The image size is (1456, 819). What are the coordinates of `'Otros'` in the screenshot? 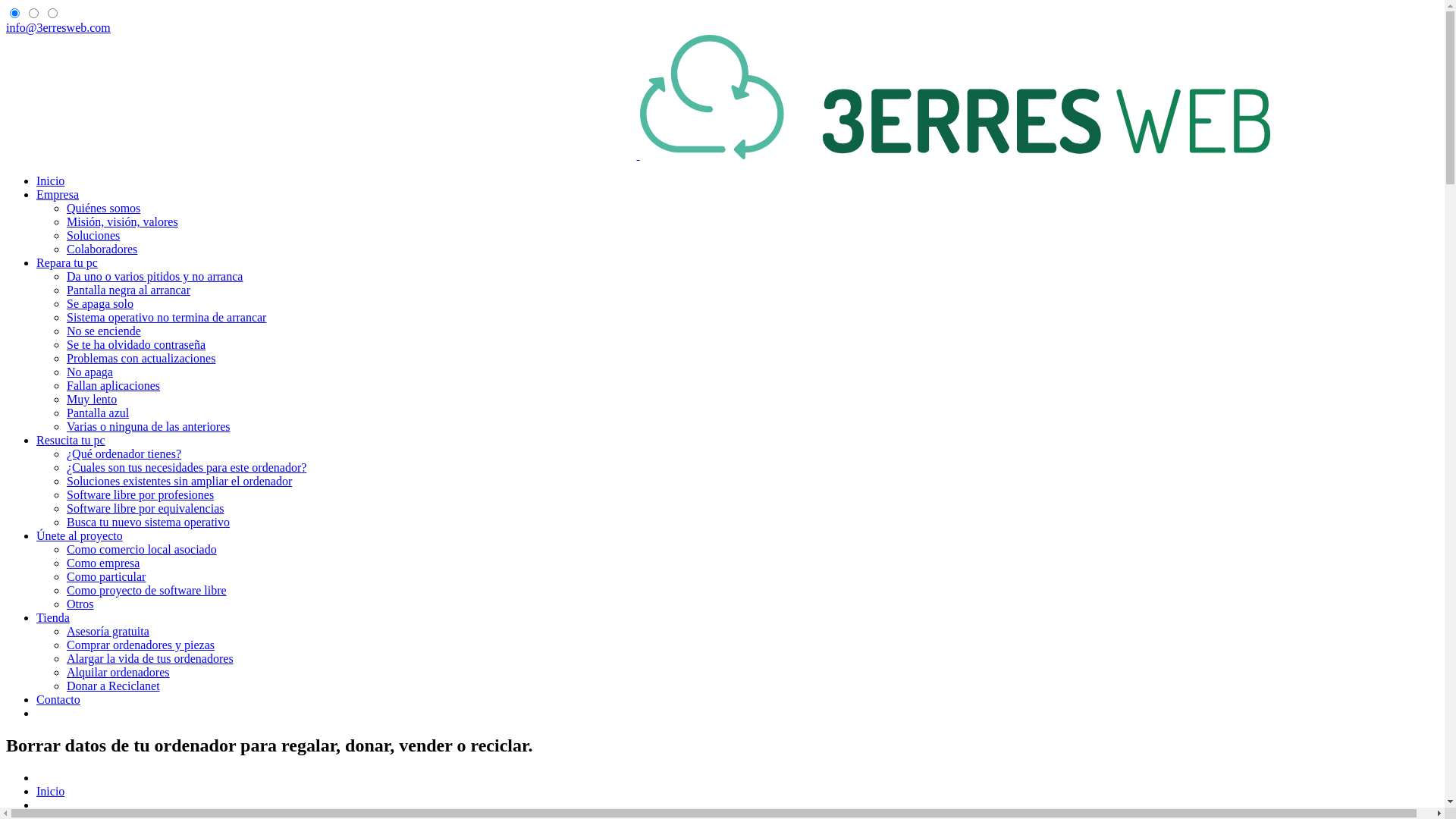 It's located at (79, 603).